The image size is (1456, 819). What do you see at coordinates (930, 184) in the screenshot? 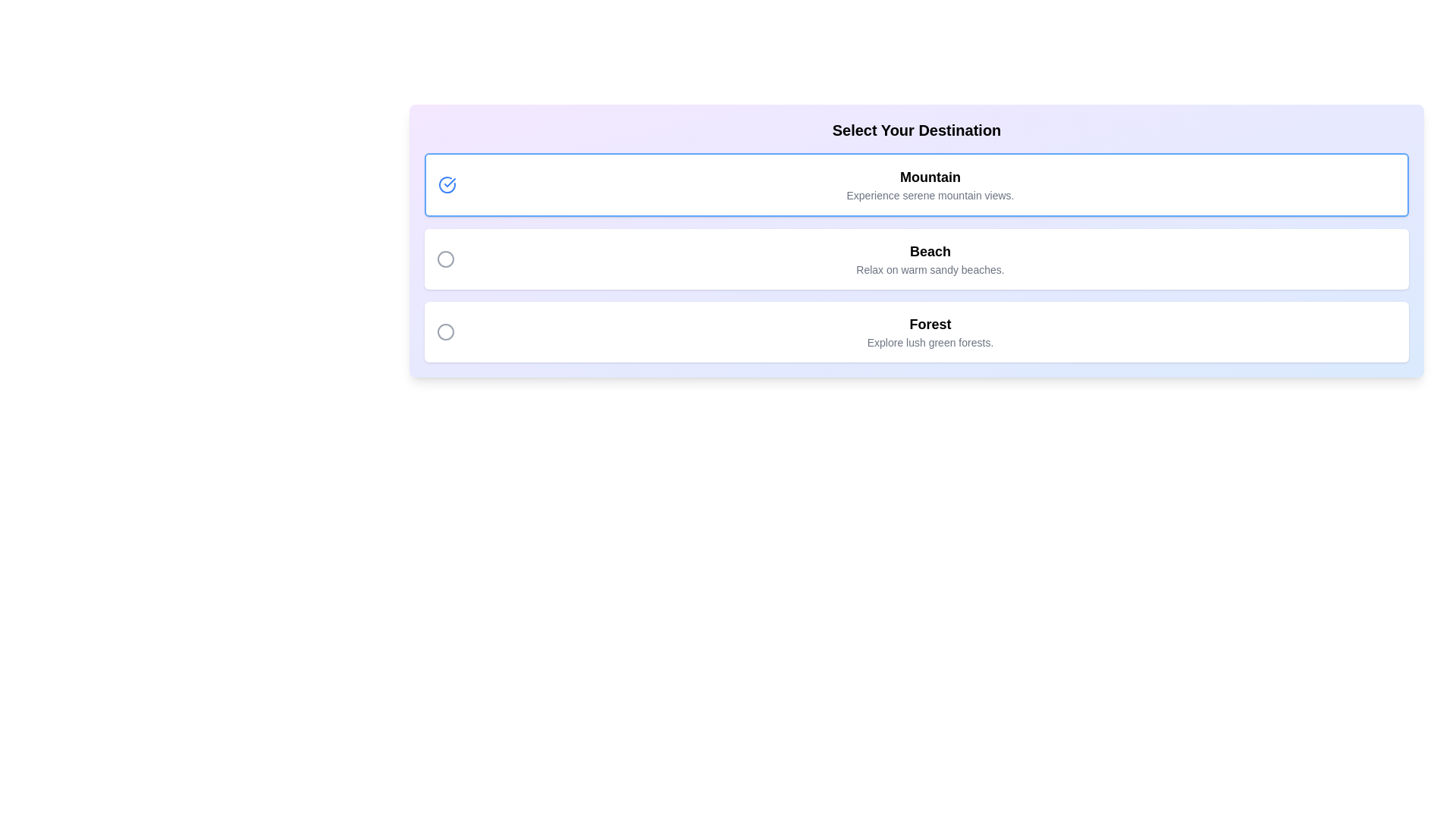
I see `text content of the Text Block containing the title 'Mountain' and the description 'Experience serene mountain views.'` at bounding box center [930, 184].